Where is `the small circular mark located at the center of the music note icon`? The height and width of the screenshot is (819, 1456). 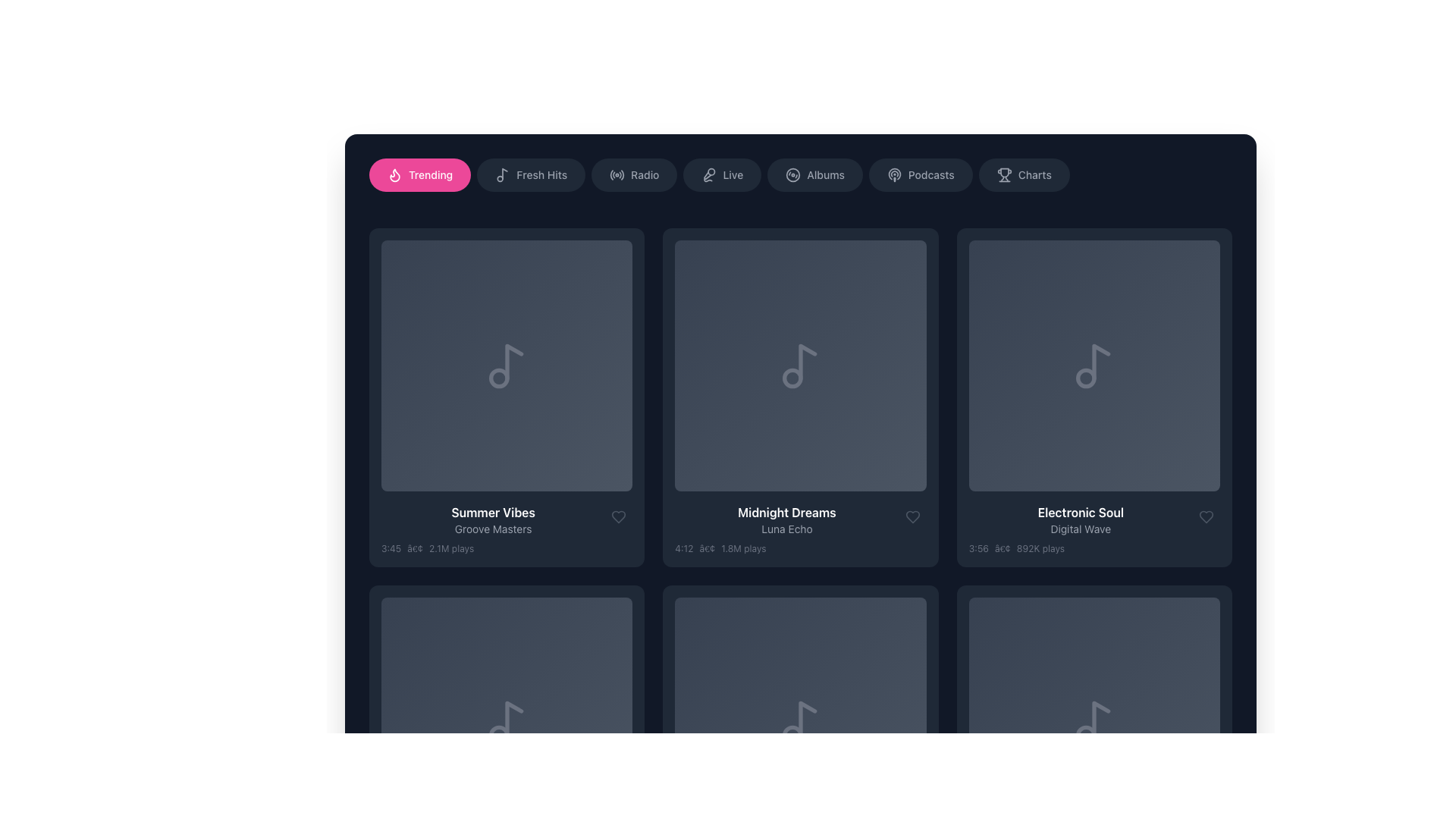
the small circular mark located at the center of the music note icon is located at coordinates (792, 377).